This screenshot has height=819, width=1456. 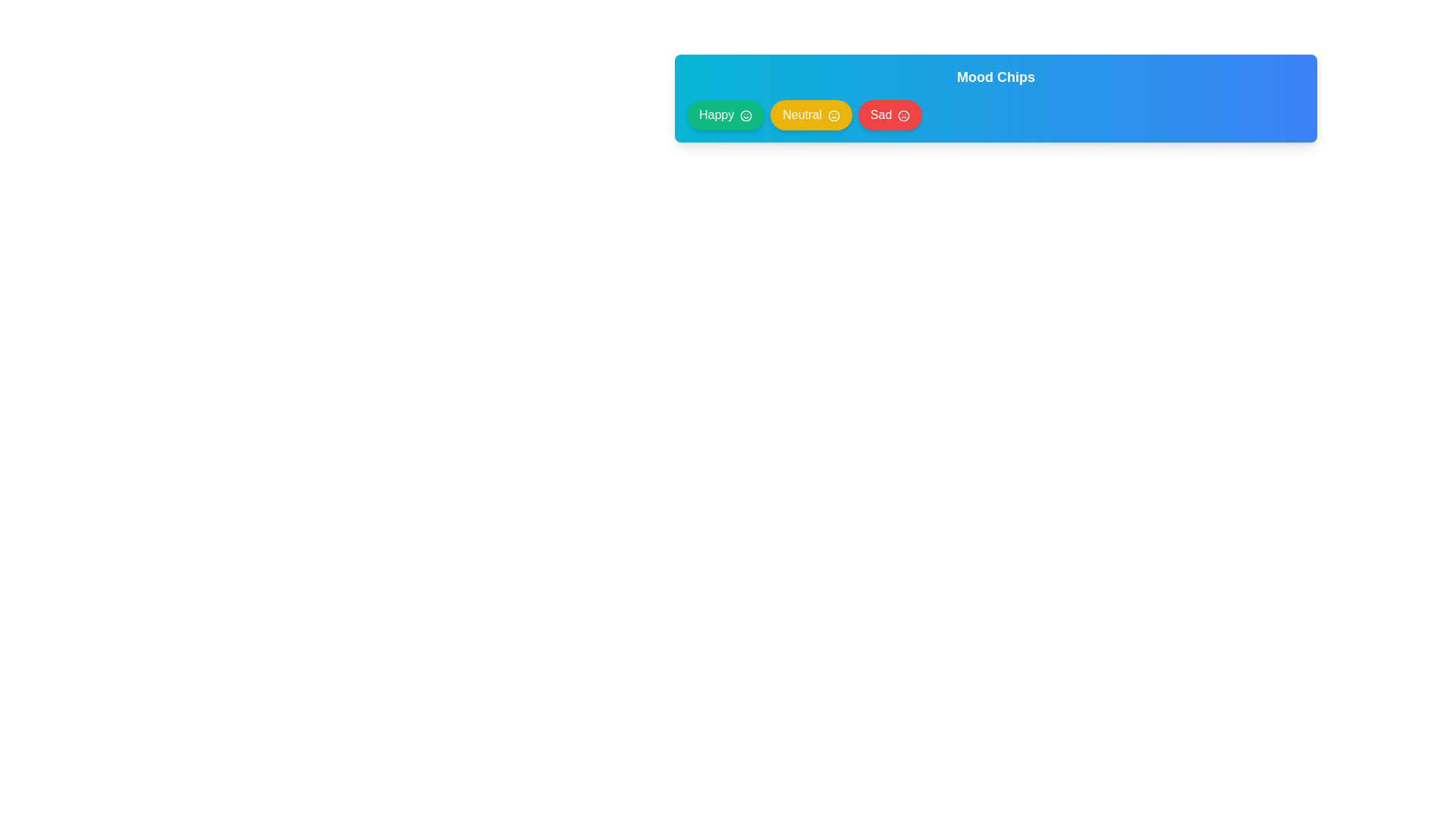 I want to click on the SVG Circle representing the 'Sad' mood option, which is the third button from the left in the mood selection lineup, so click(x=904, y=115).